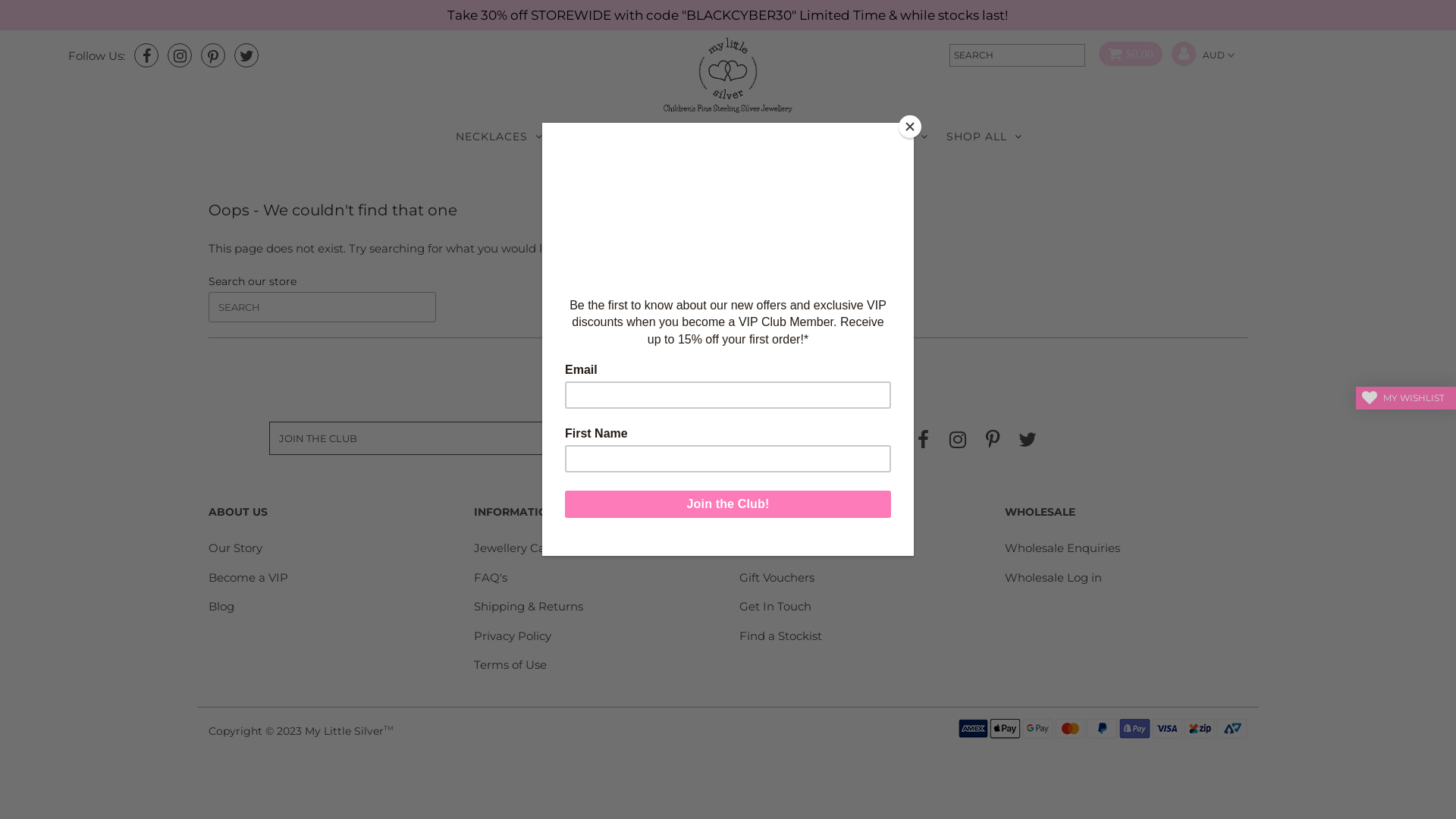 The image size is (1456, 819). What do you see at coordinates (663, 175) in the screenshot?
I see `'HOME'` at bounding box center [663, 175].